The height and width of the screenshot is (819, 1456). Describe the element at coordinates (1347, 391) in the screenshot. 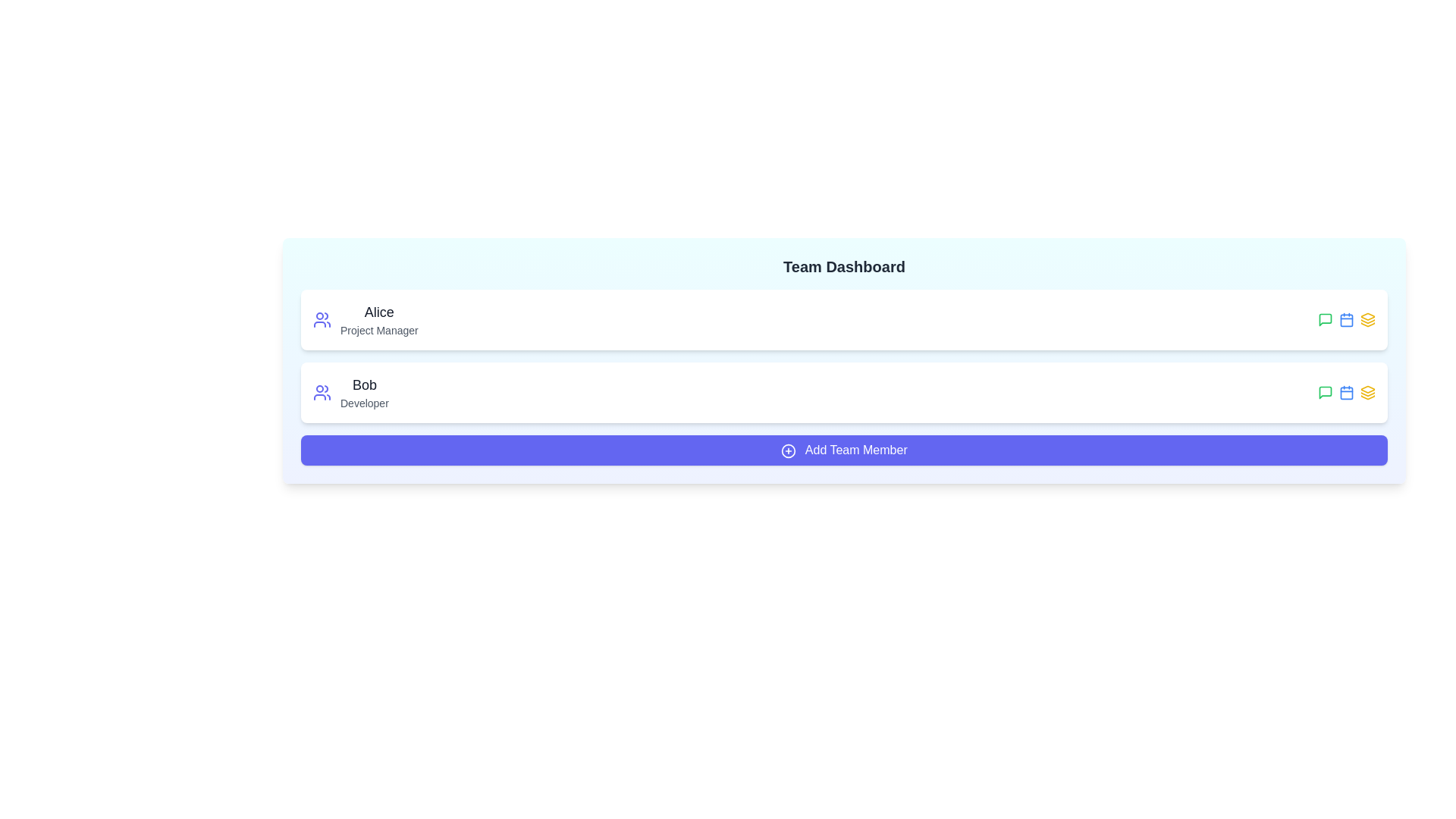

I see `the calendar icon button located as the second icon in the row of three icons on the right side of the 'Bob Developer' card` at that location.